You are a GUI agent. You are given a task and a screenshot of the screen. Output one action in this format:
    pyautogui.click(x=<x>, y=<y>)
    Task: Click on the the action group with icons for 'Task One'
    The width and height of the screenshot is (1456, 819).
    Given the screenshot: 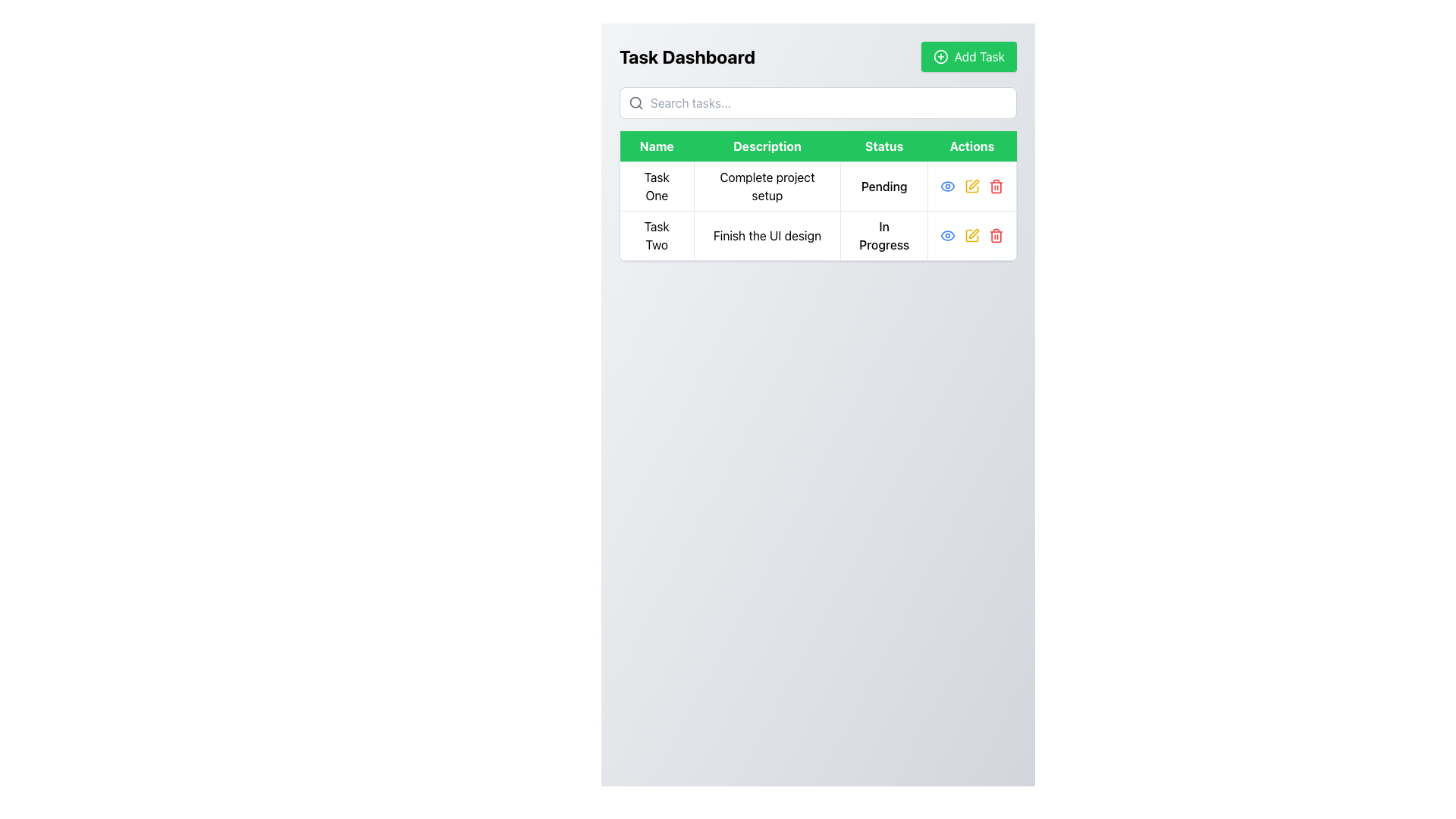 What is the action you would take?
    pyautogui.click(x=971, y=186)
    